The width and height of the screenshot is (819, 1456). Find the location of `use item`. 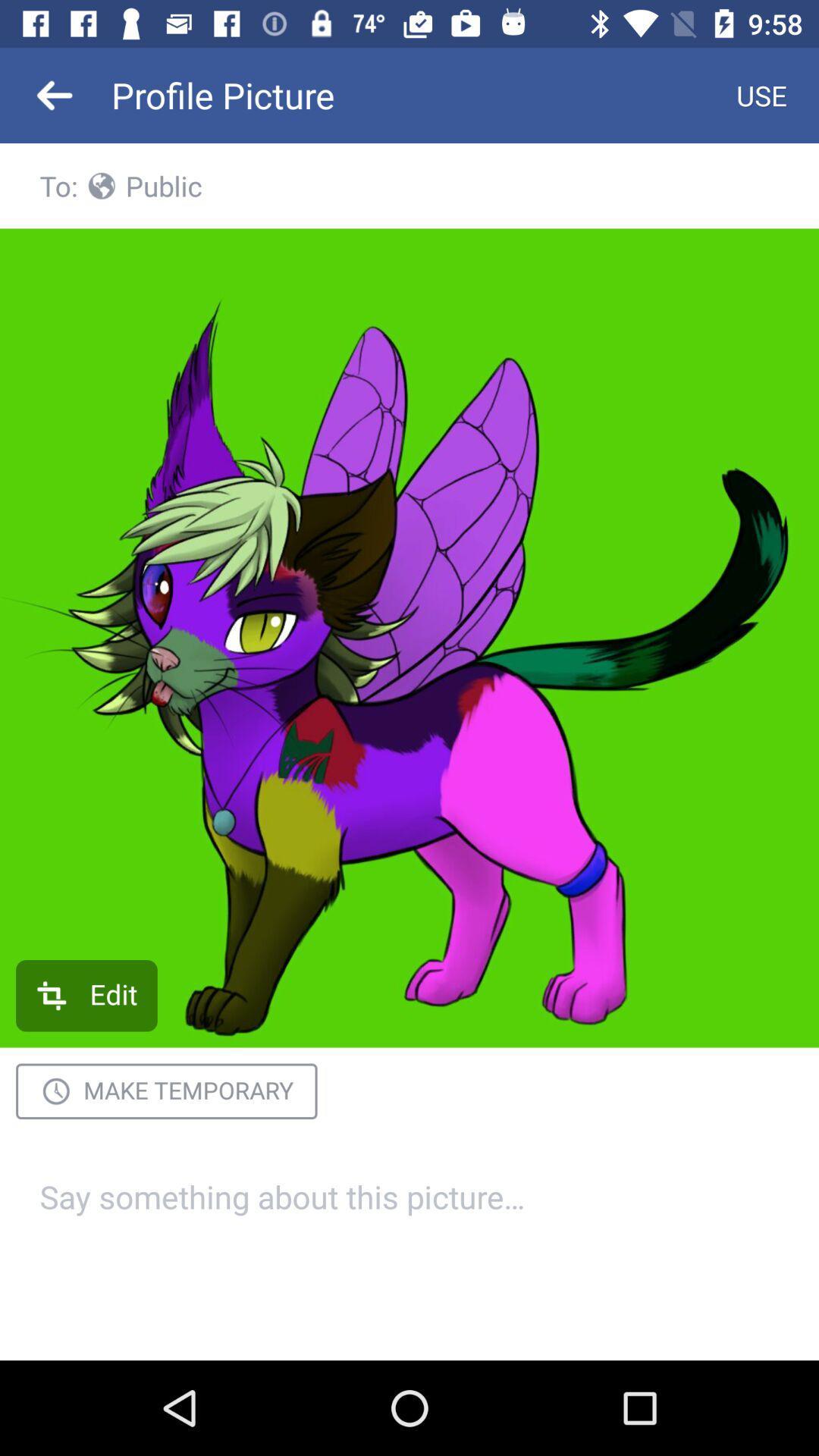

use item is located at coordinates (761, 94).